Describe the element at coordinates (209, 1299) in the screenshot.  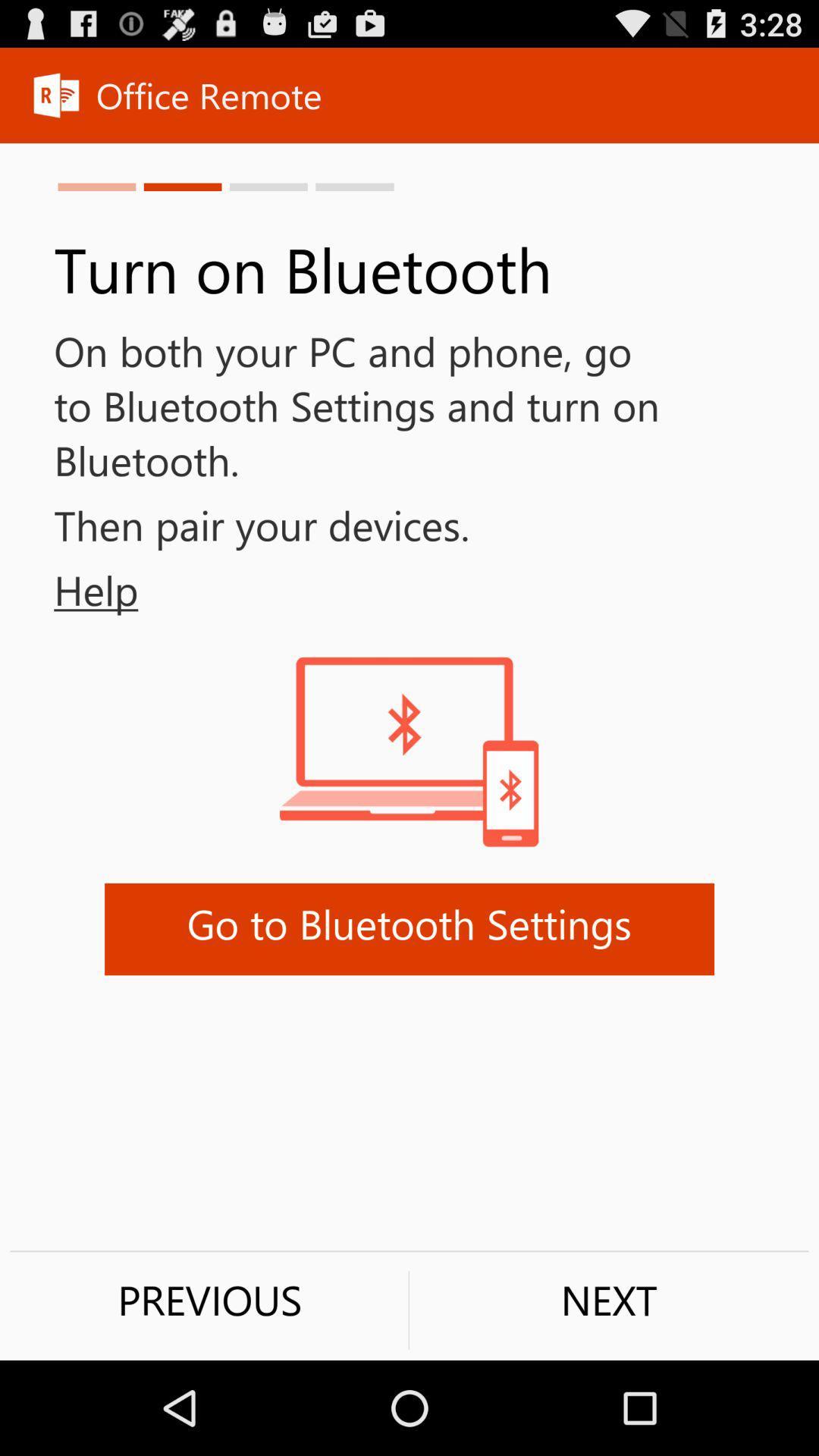
I see `the icon next to the next item` at that location.